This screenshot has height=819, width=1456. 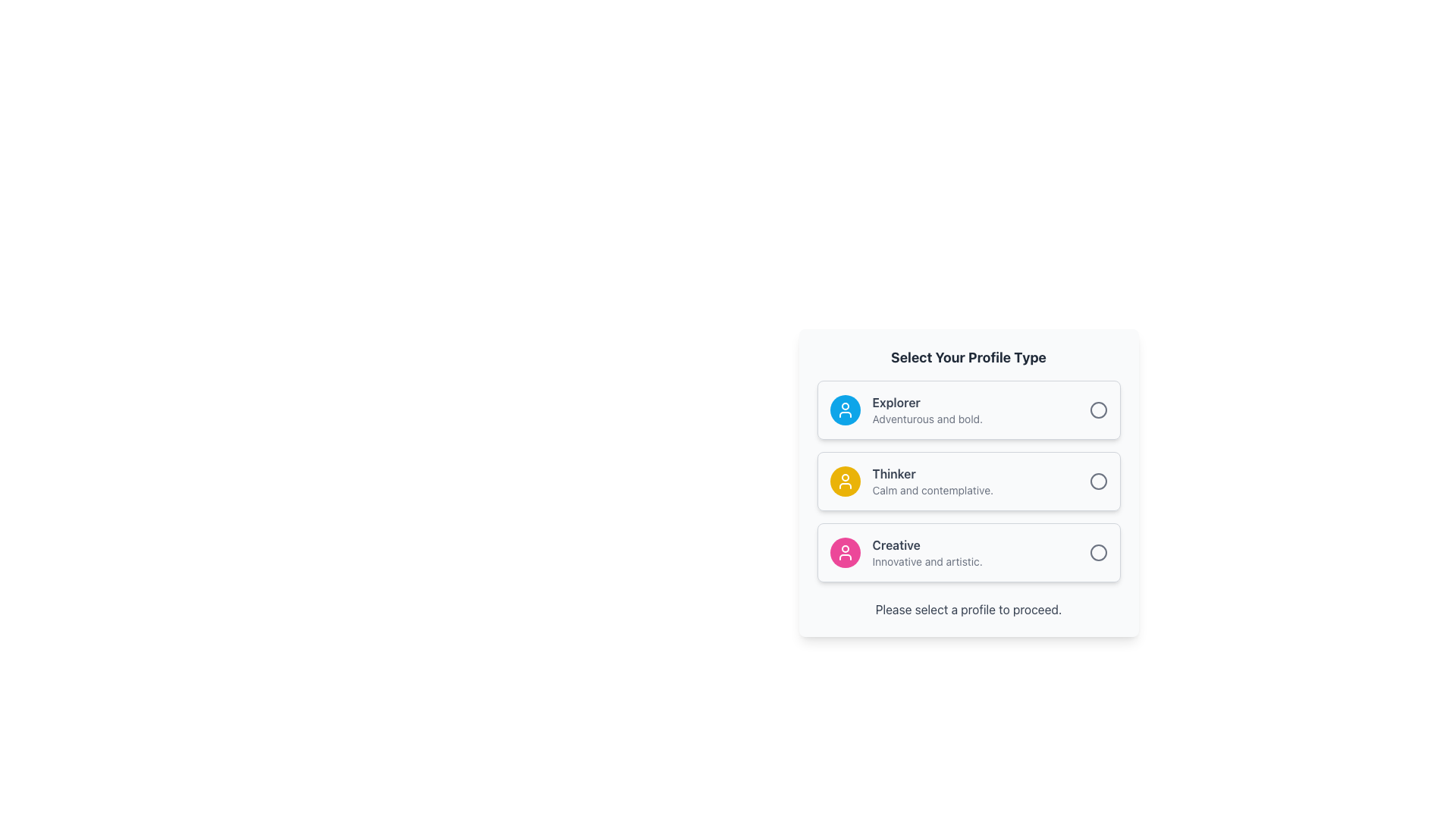 What do you see at coordinates (844, 553) in the screenshot?
I see `the 'Creative' profile icon located in the third profile card option, positioned to the left of the text 'Creative' and above the description 'Innovative and artistic.'` at bounding box center [844, 553].